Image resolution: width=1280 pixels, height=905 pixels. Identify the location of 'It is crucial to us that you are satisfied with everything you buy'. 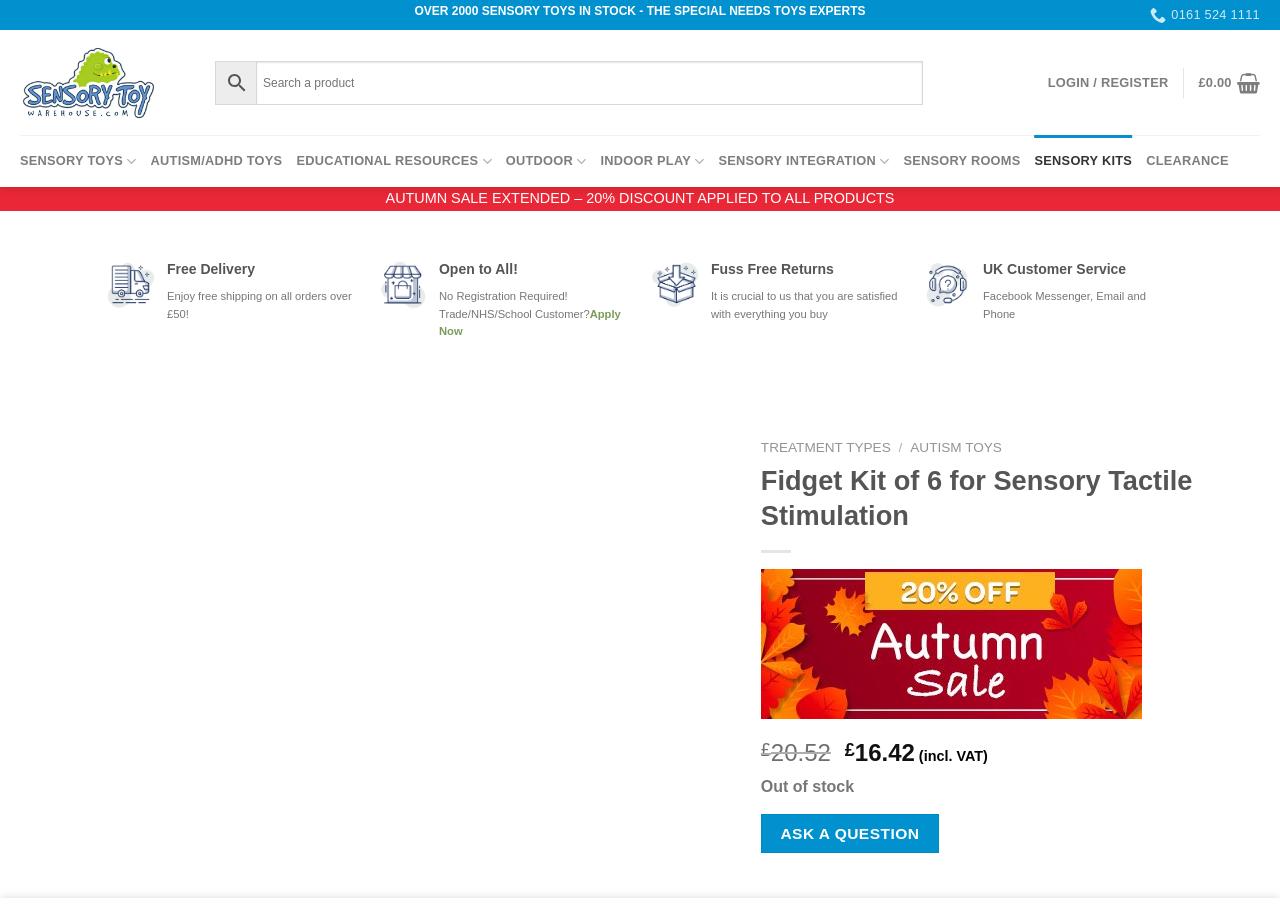
(803, 302).